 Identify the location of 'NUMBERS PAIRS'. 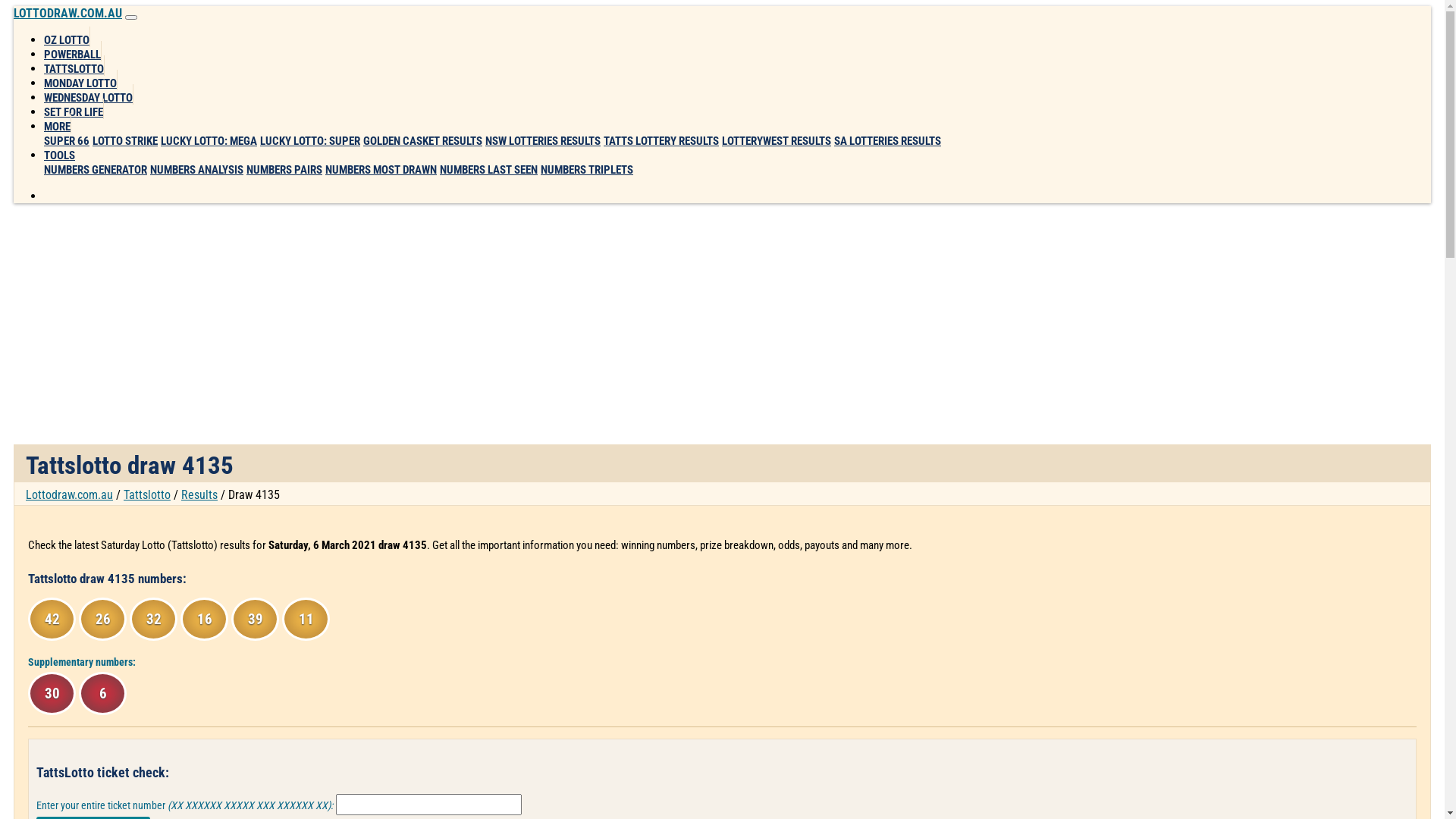
(284, 169).